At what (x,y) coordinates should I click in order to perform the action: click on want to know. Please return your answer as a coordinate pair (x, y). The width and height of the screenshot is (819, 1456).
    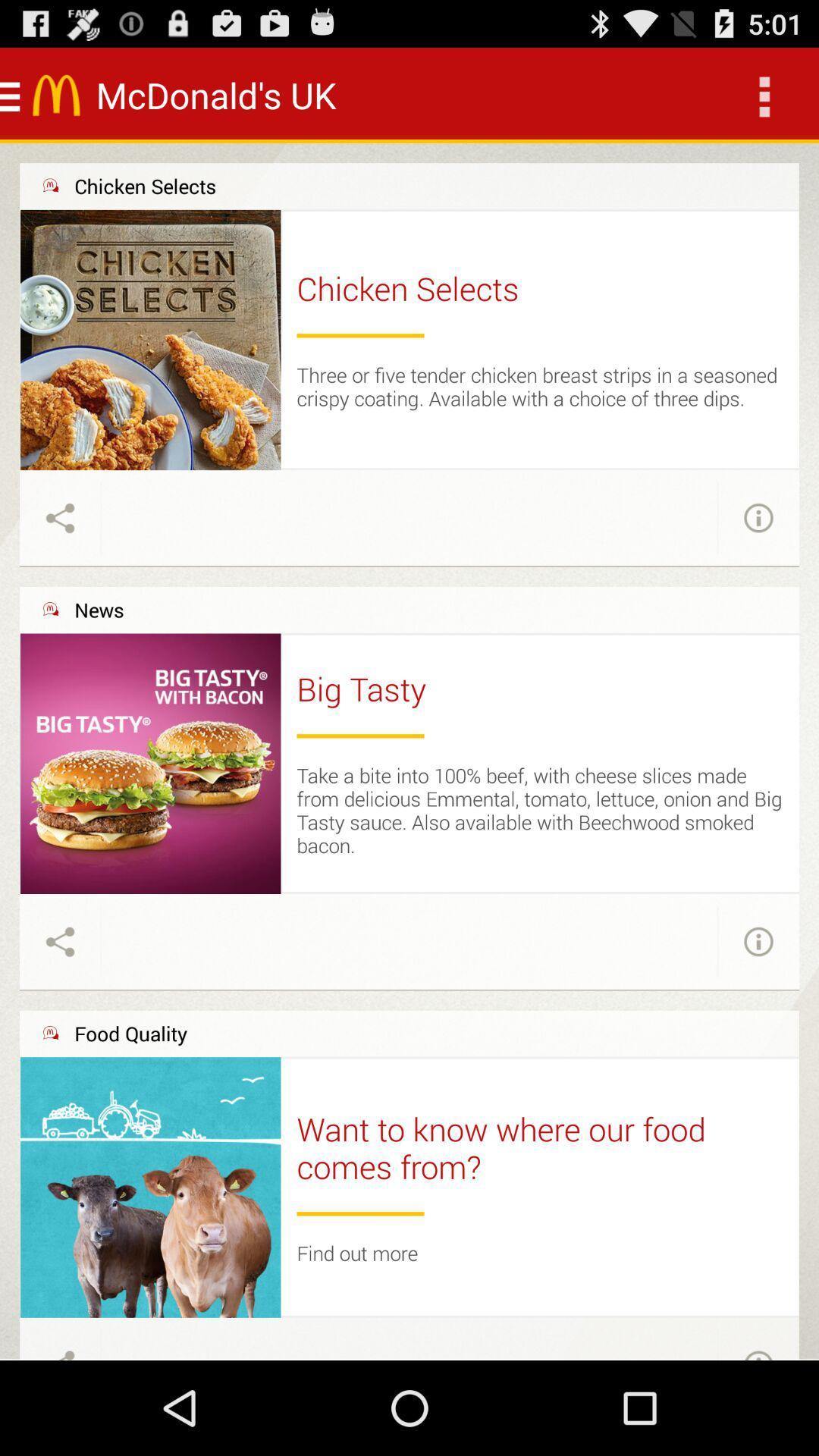
    Looking at the image, I should click on (539, 1147).